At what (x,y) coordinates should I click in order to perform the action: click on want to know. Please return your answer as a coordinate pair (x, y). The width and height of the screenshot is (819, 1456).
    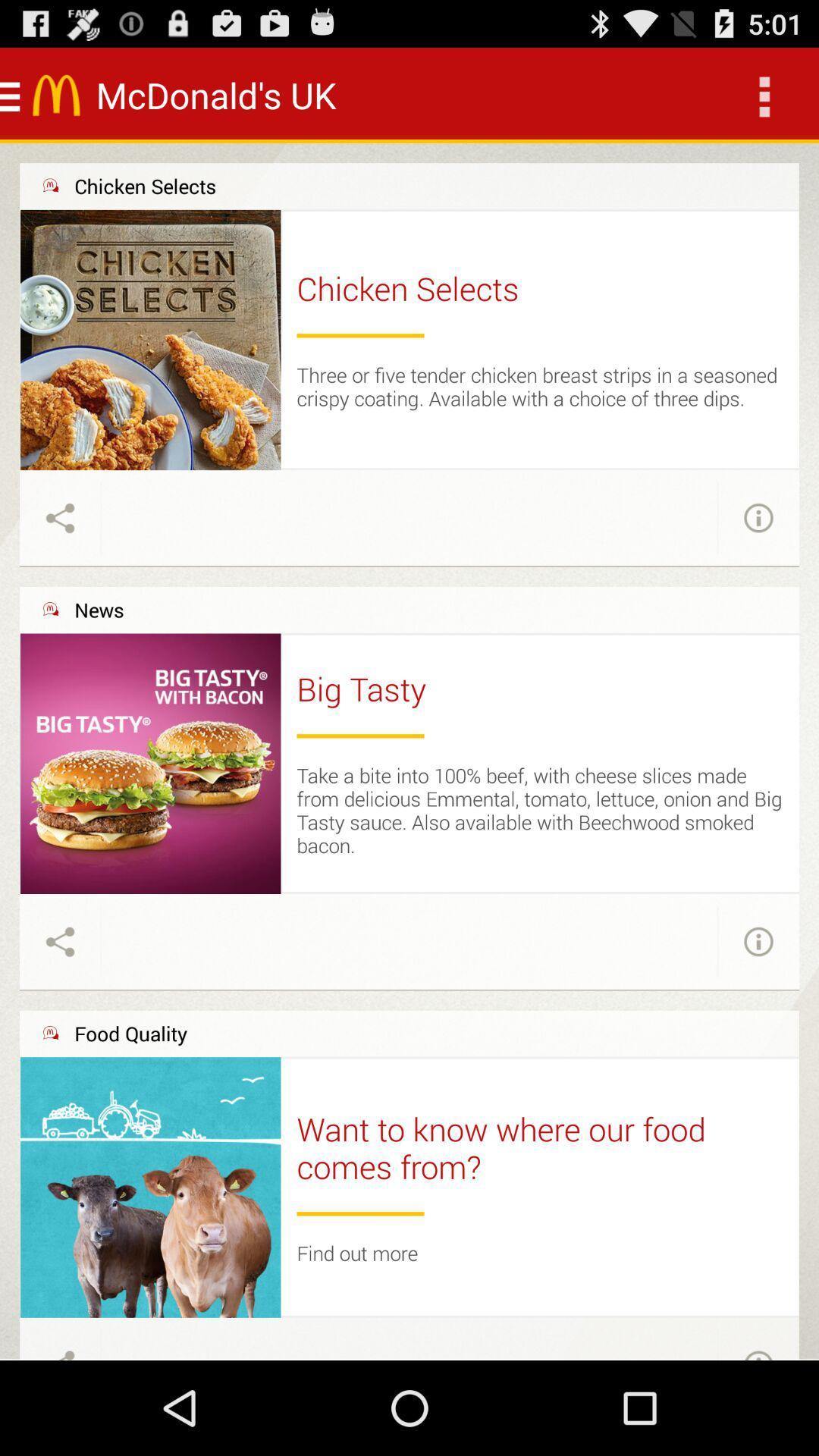
    Looking at the image, I should click on (539, 1147).